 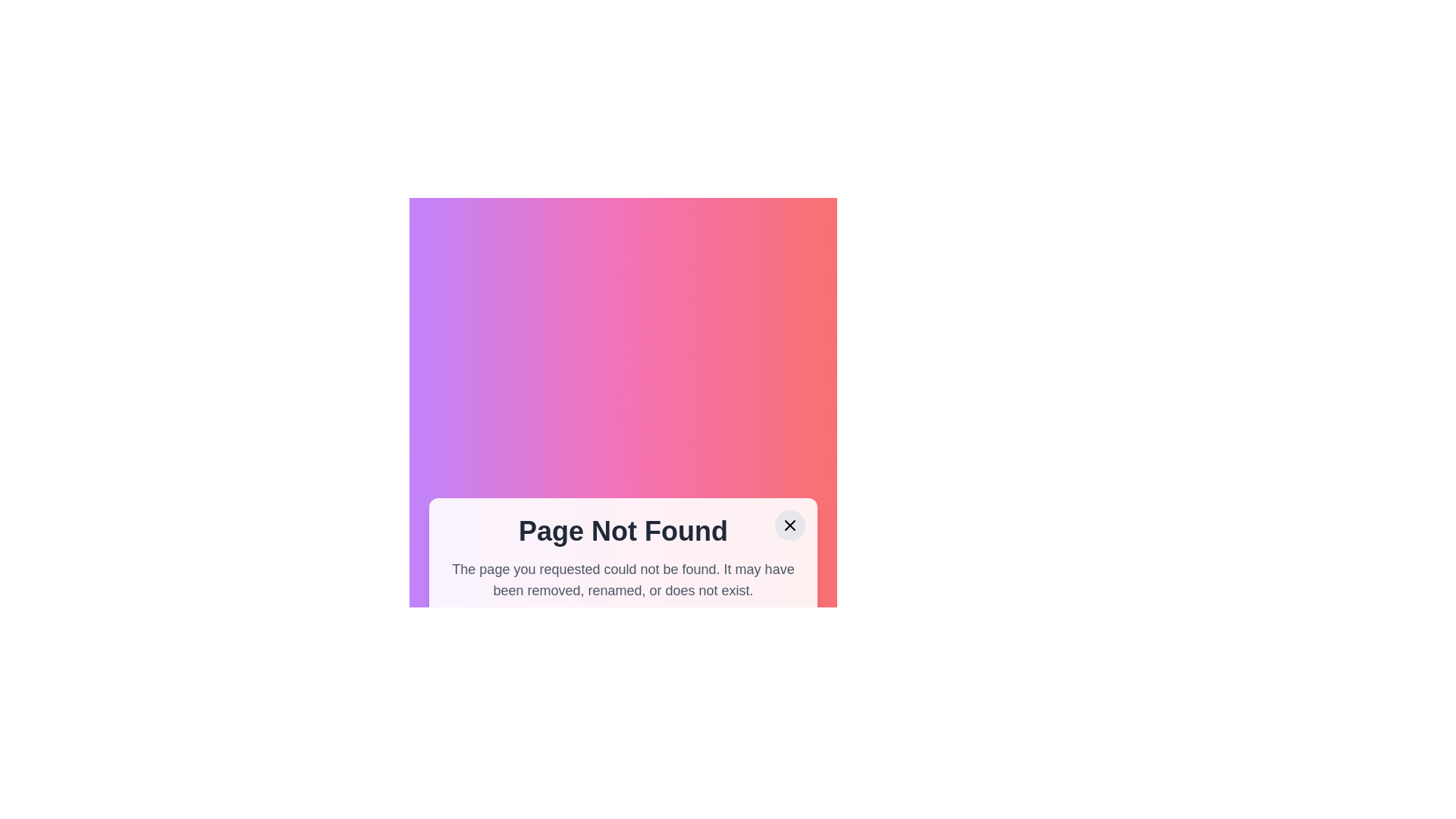 I want to click on the close button represented by an 'X' icon located at the top right corner of the dialog box, so click(x=789, y=523).